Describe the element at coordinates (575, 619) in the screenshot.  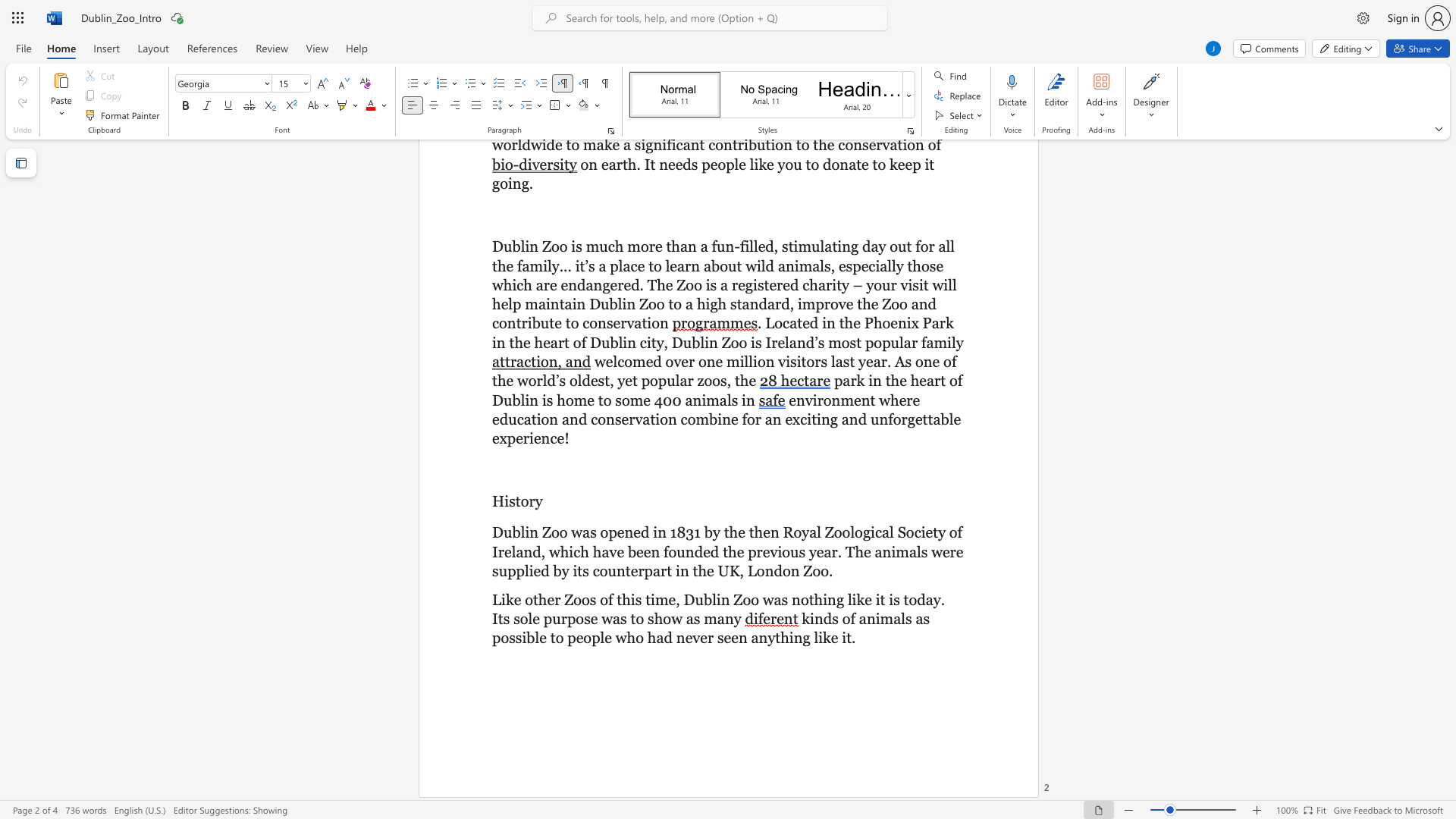
I see `the subset text "ose wa" within the text "Like other Zoos of this time, Dublin Zoo was nothing like it is today. Its sole purpose was to show as many"` at that location.